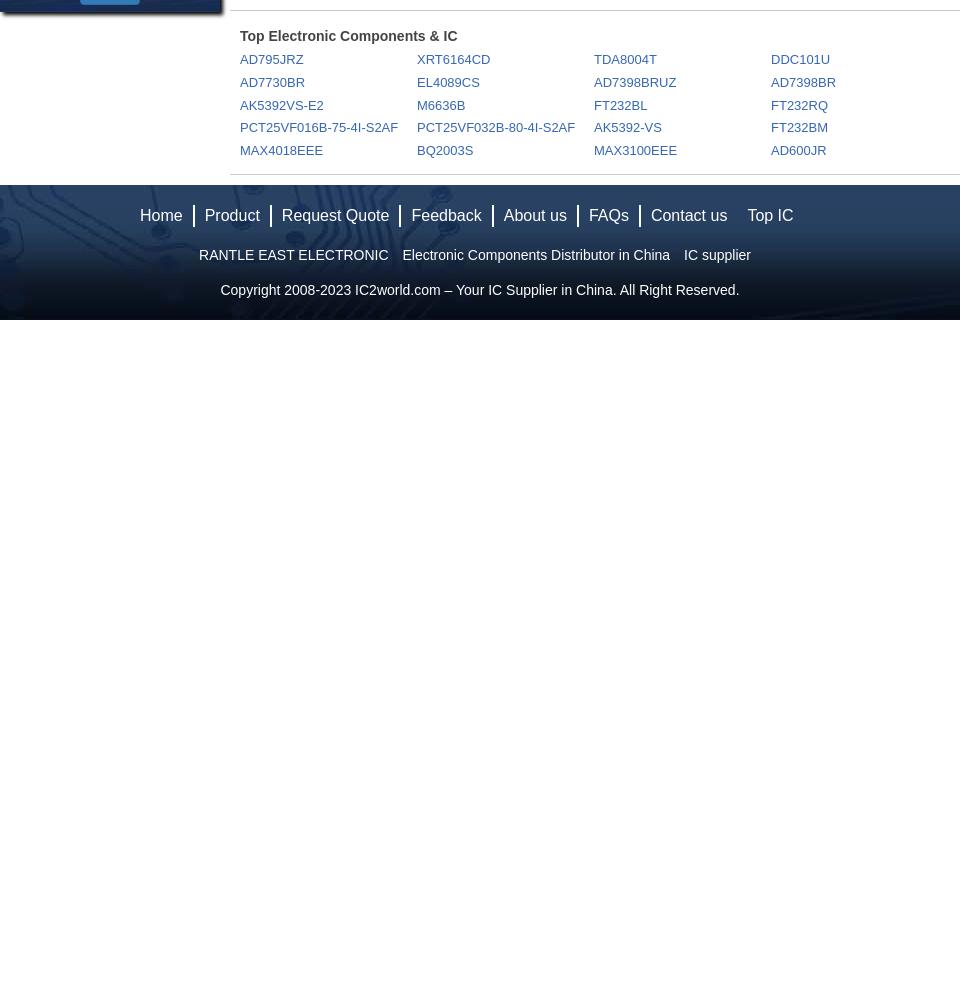 Image resolution: width=960 pixels, height=1000 pixels. I want to click on 'Top IC', so click(769, 214).